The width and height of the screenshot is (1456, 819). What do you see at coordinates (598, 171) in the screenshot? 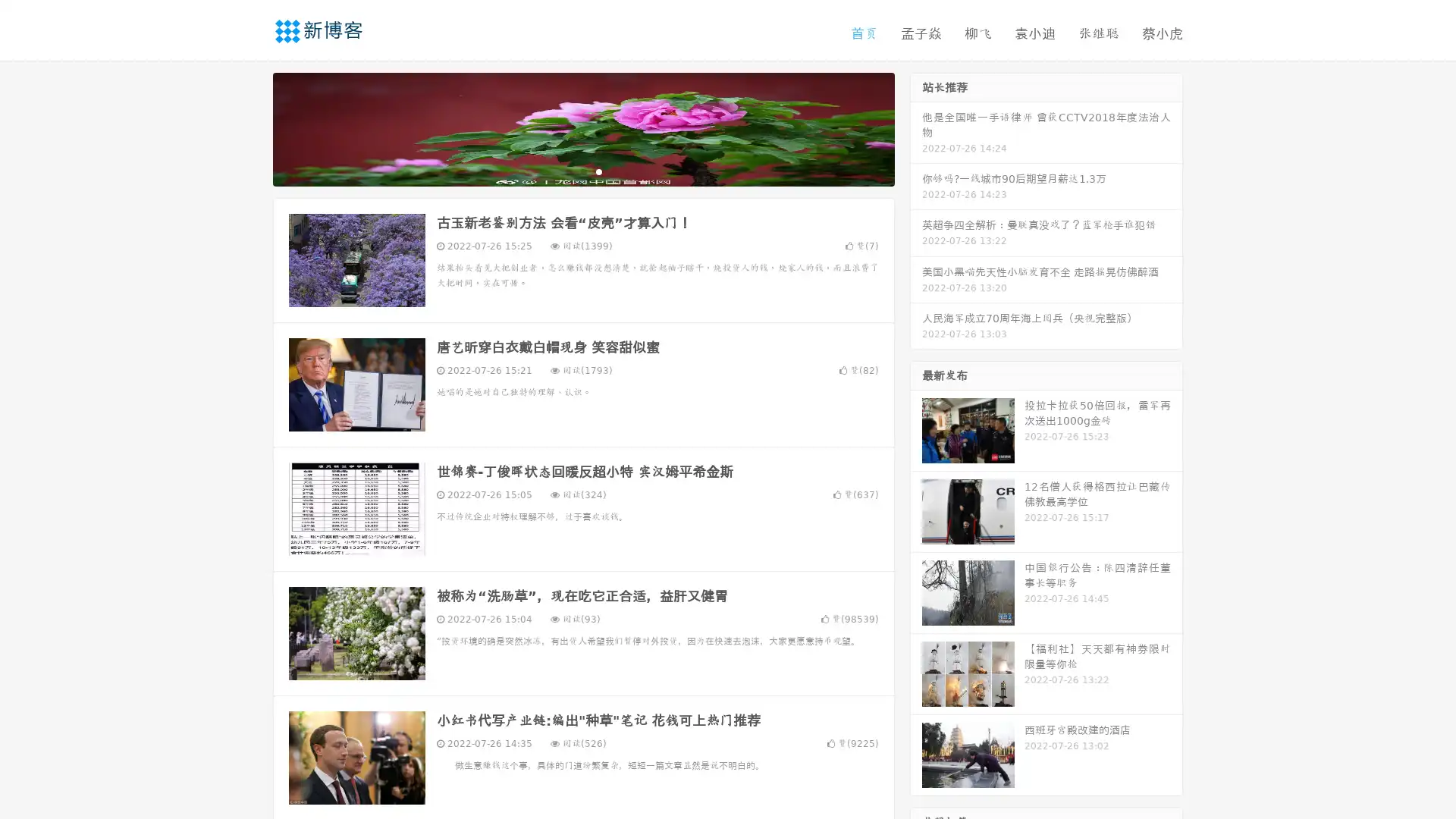
I see `Go to slide 3` at bounding box center [598, 171].